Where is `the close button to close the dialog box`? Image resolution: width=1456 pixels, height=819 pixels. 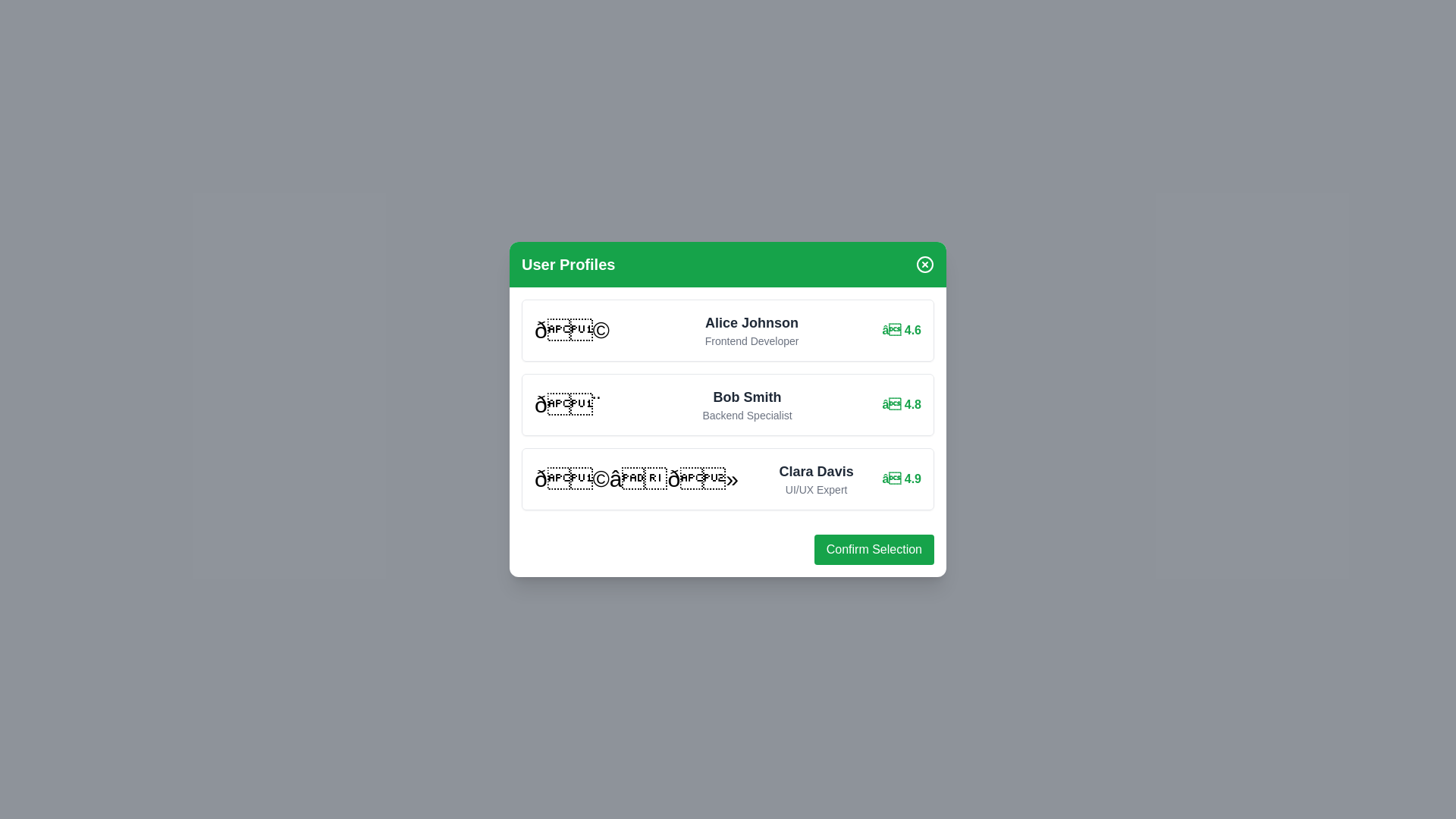
the close button to close the dialog box is located at coordinates (924, 263).